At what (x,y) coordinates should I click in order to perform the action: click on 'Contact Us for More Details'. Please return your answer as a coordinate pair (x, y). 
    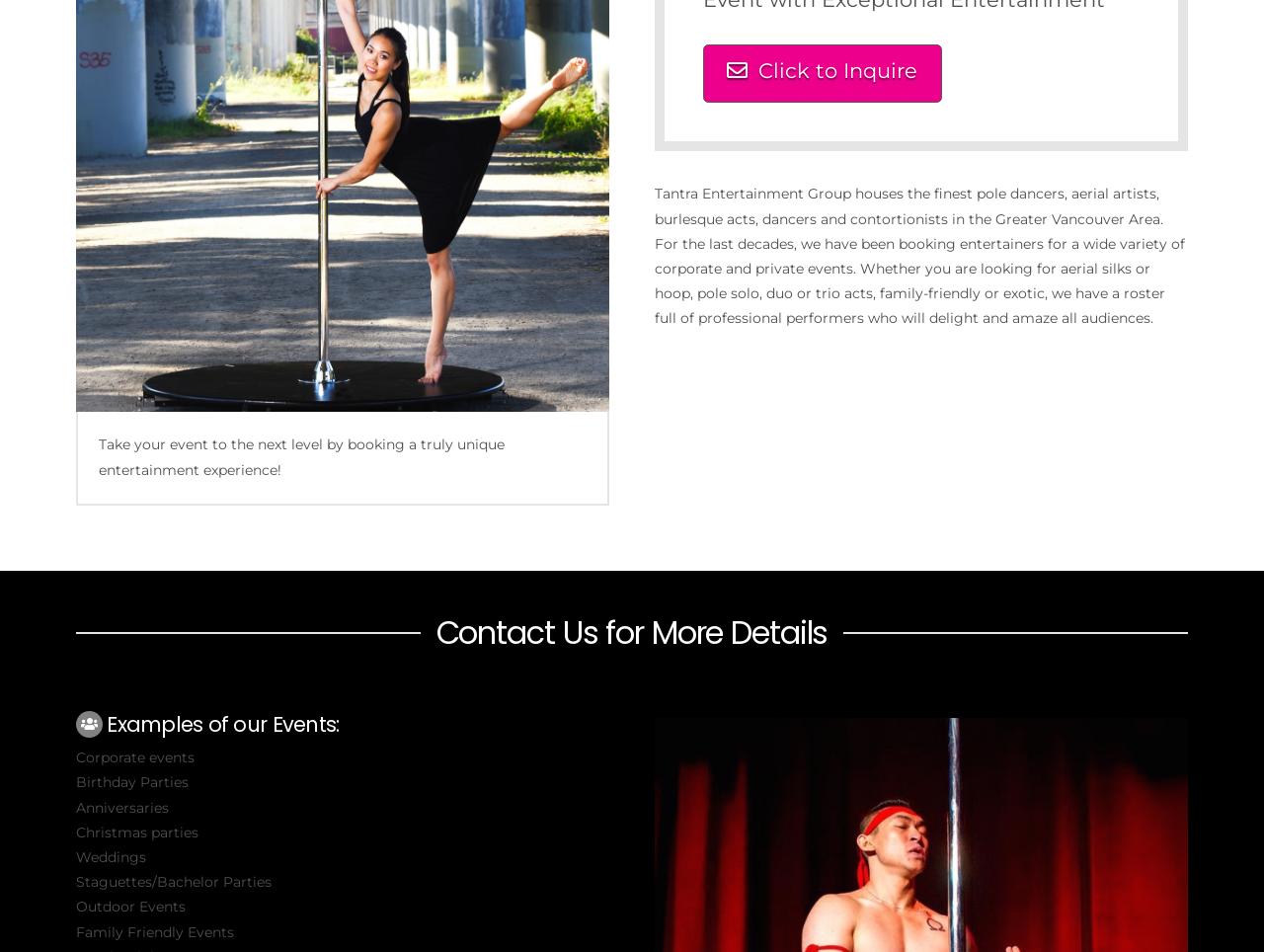
    Looking at the image, I should click on (630, 631).